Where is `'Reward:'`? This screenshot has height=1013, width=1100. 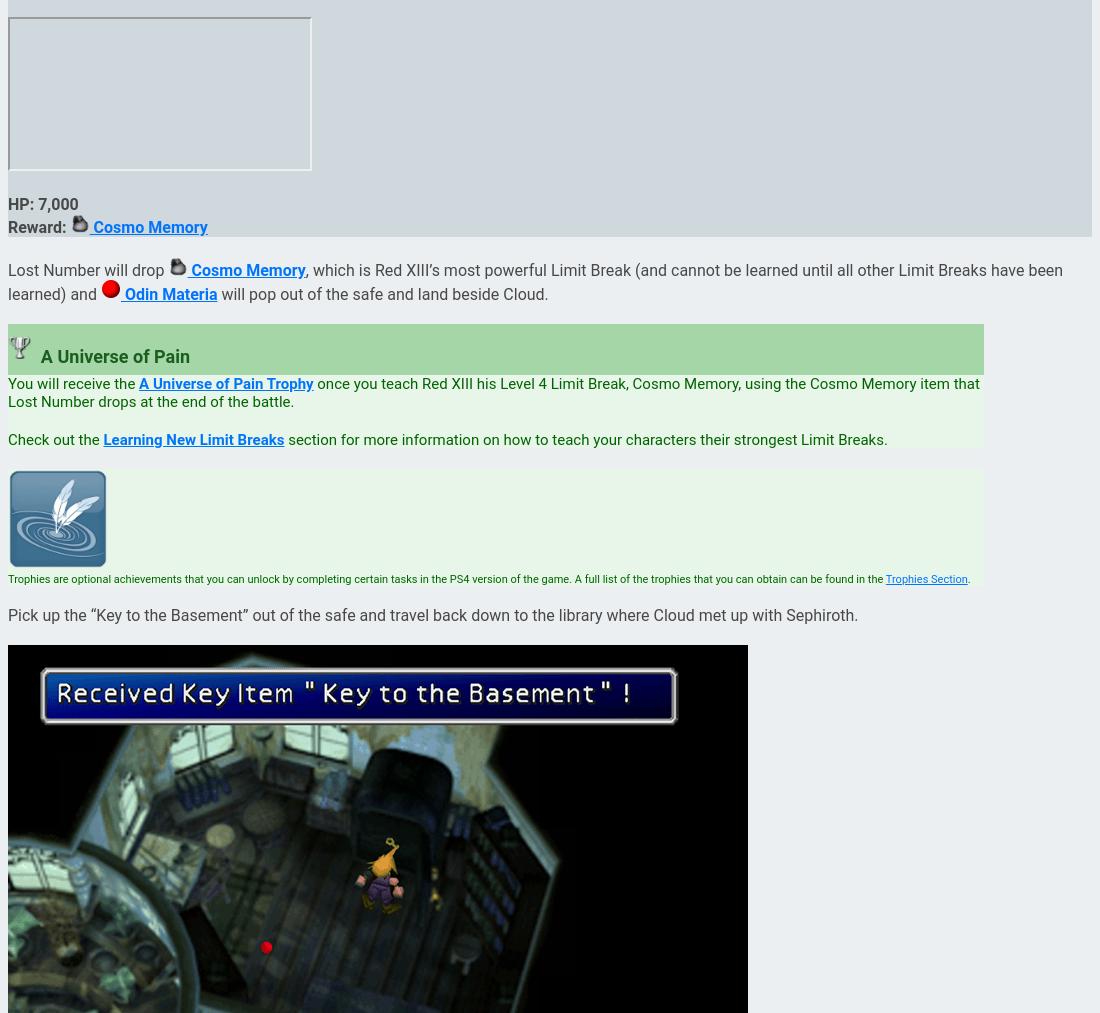 'Reward:' is located at coordinates (38, 226).